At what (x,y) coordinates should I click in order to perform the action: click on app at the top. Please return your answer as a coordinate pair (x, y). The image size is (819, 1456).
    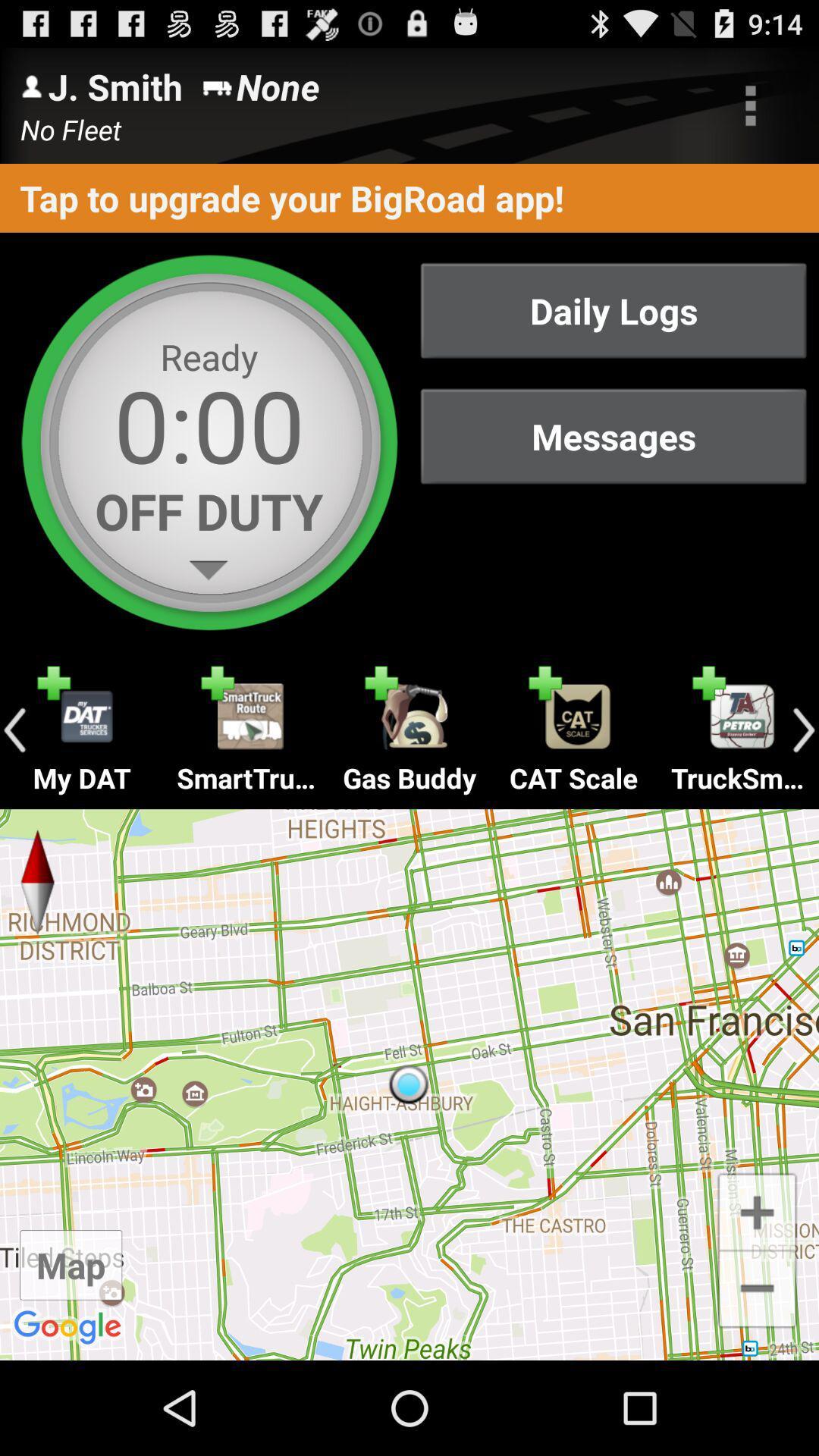
    Looking at the image, I should click on (409, 197).